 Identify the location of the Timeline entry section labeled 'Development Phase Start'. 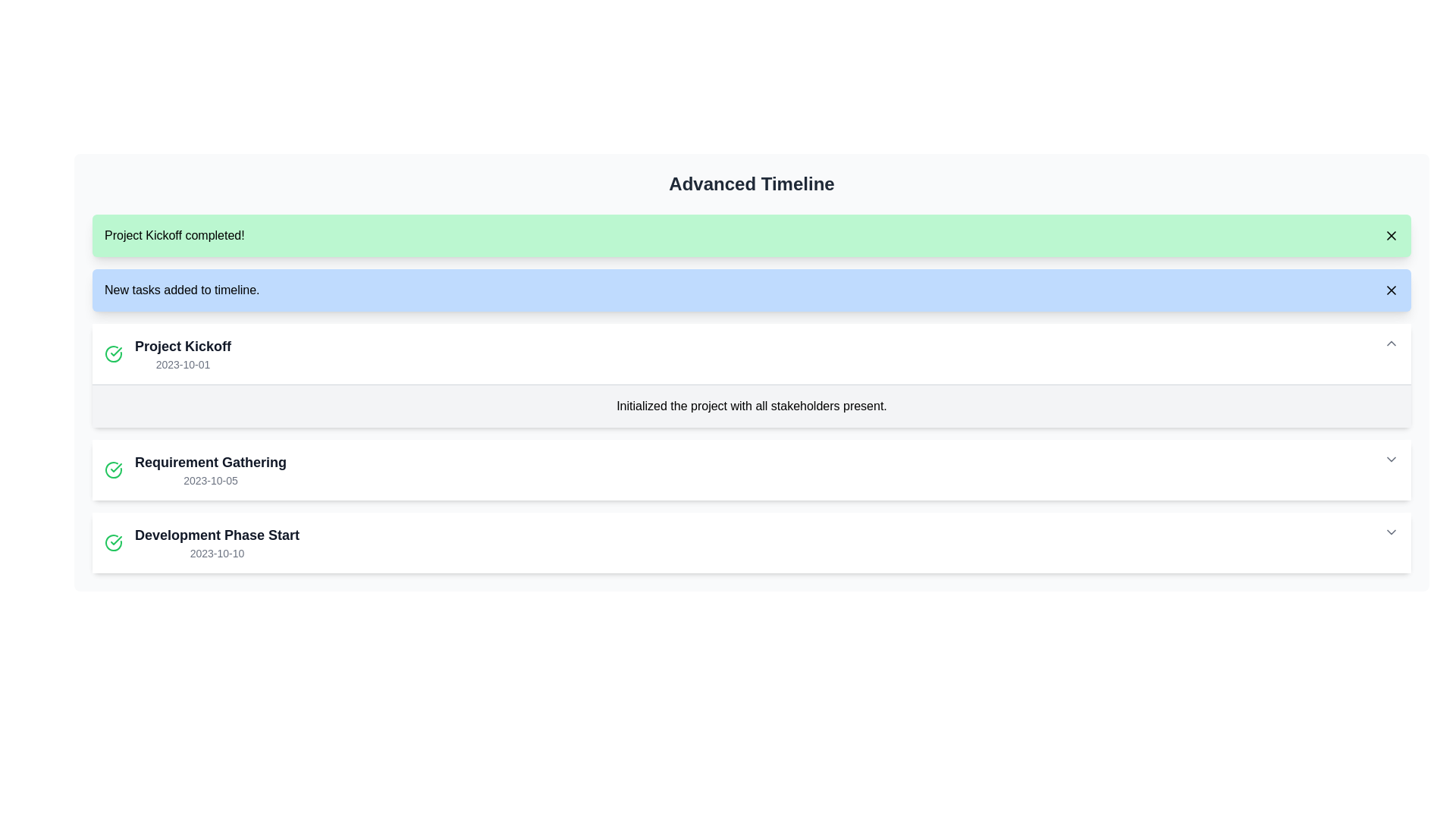
(752, 542).